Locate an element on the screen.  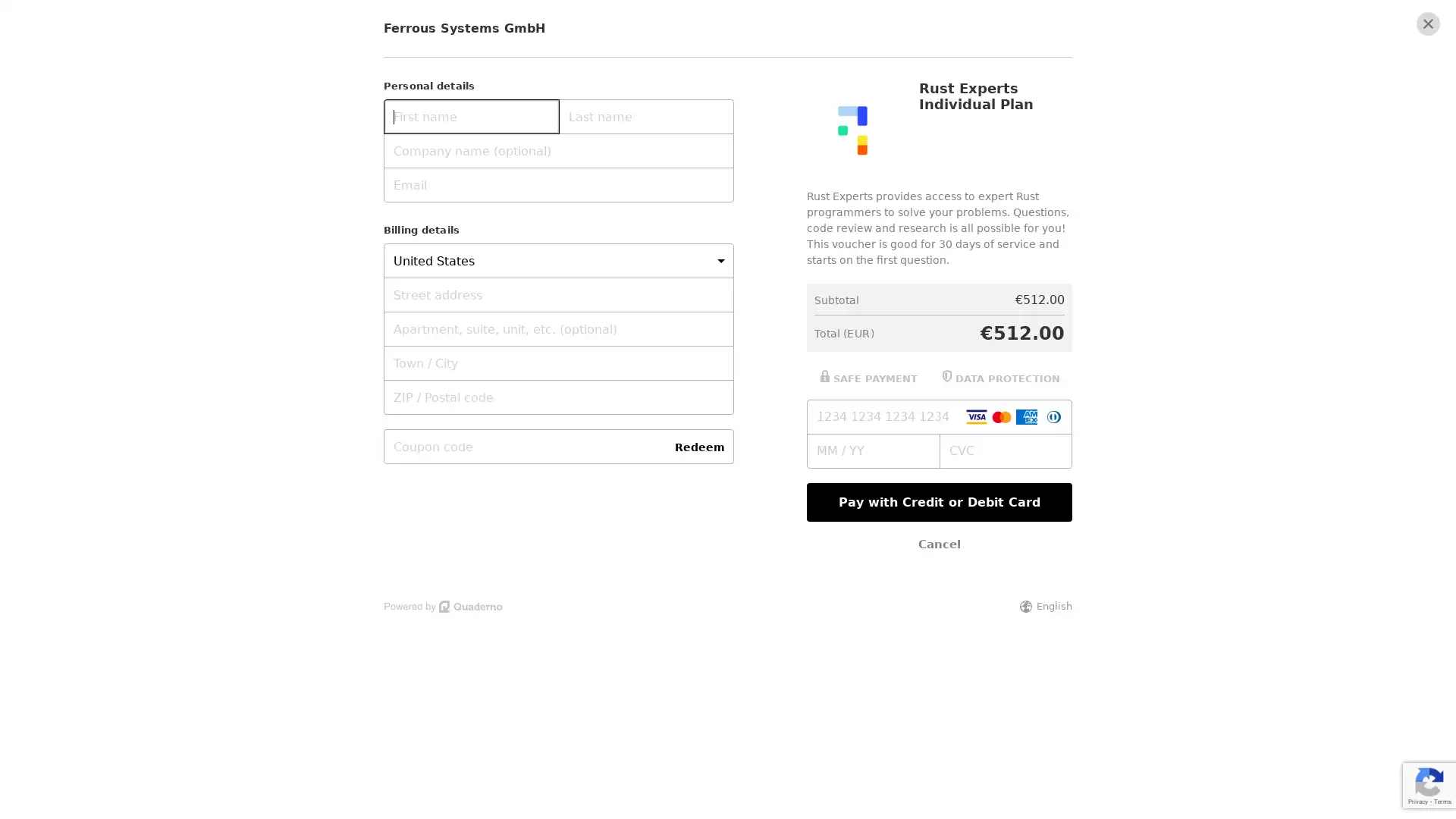
Pay with Credit or Debit Card is located at coordinates (938, 502).